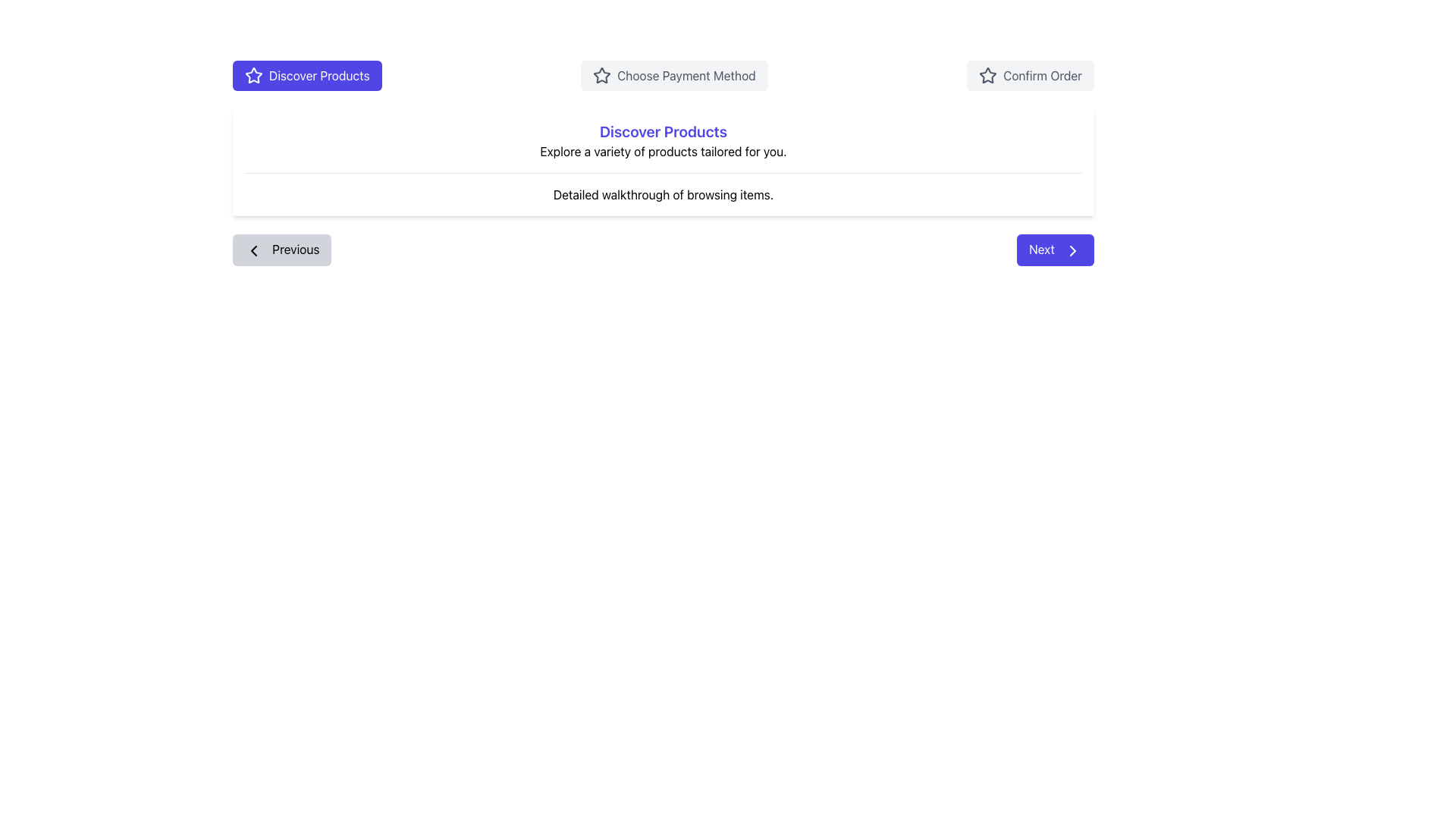  What do you see at coordinates (318, 76) in the screenshot?
I see `text label within the button labeled 'Discover Products' located in the upper-left side of the display` at bounding box center [318, 76].